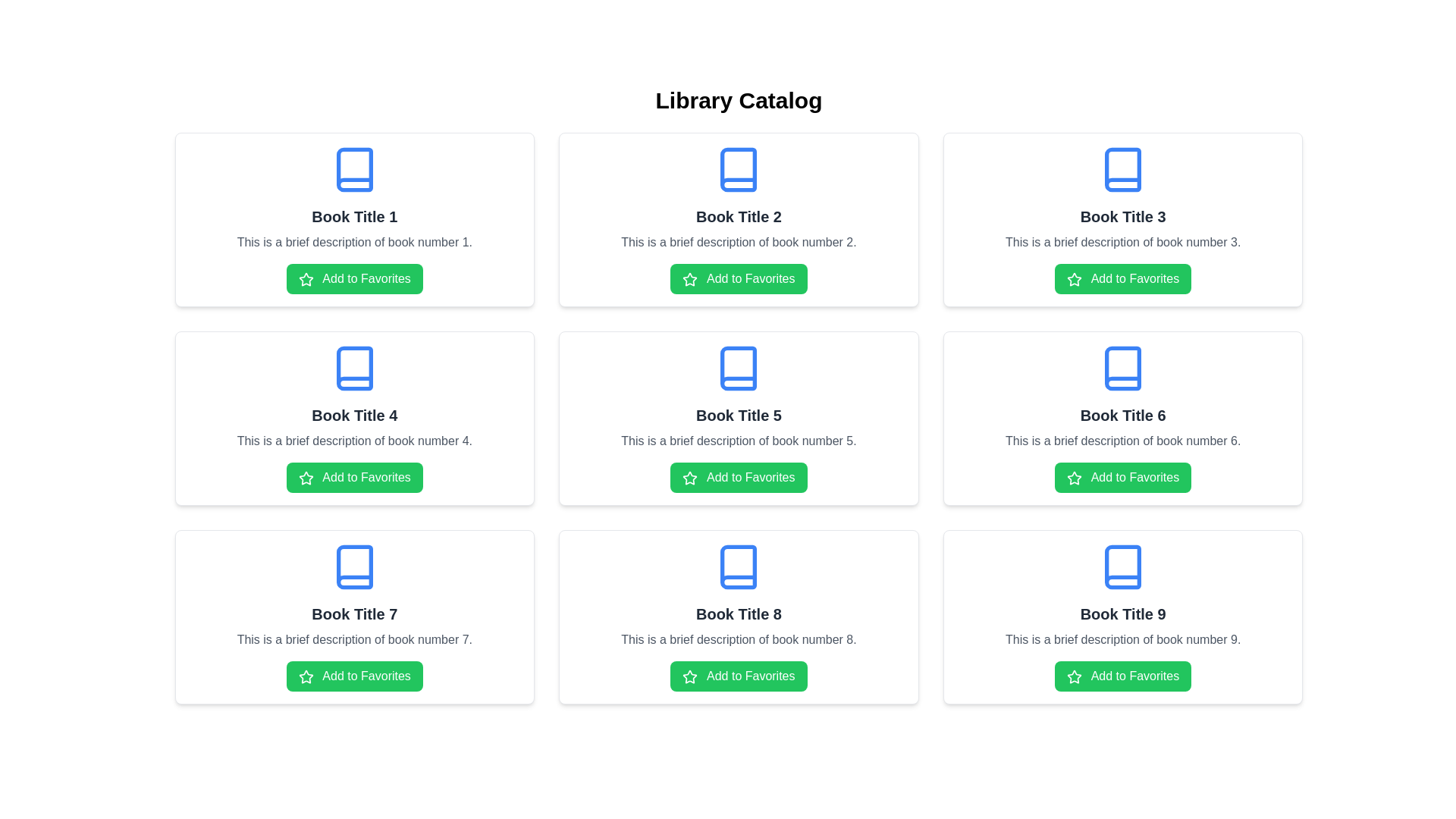 Image resolution: width=1456 pixels, height=819 pixels. Describe the element at coordinates (305, 279) in the screenshot. I see `the star icon located in the top-left card of a 3x3 grid layout` at that location.